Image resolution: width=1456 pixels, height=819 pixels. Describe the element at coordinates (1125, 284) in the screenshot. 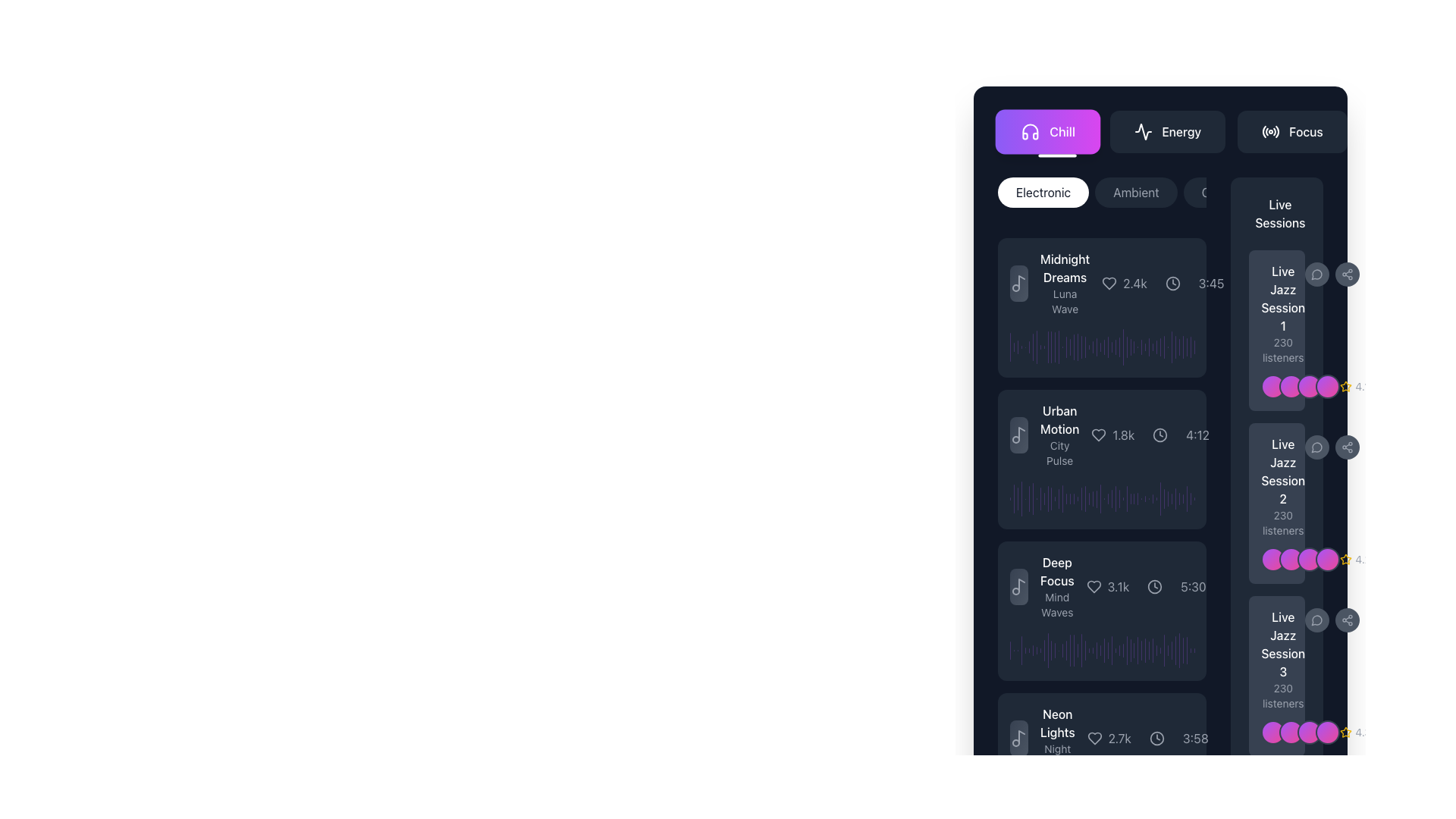

I see `the text label component displaying '2.4k', which is located to the right of the heart icon and represents a count associated with it` at that location.